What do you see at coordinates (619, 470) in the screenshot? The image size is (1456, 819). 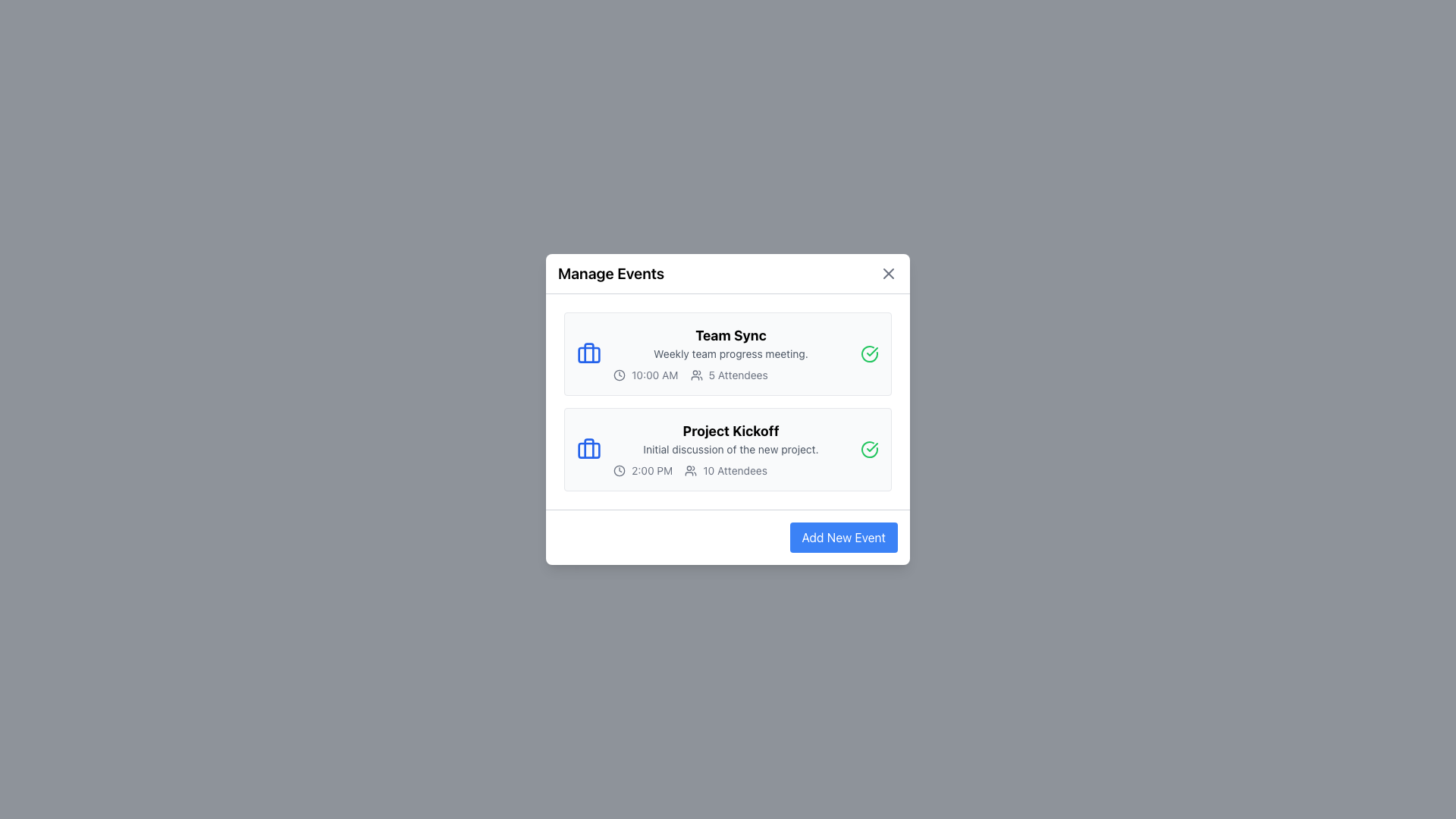 I see `the clock icon located to the left of the text '2:00 PM' in the 'Project Kickoff' layout` at bounding box center [619, 470].